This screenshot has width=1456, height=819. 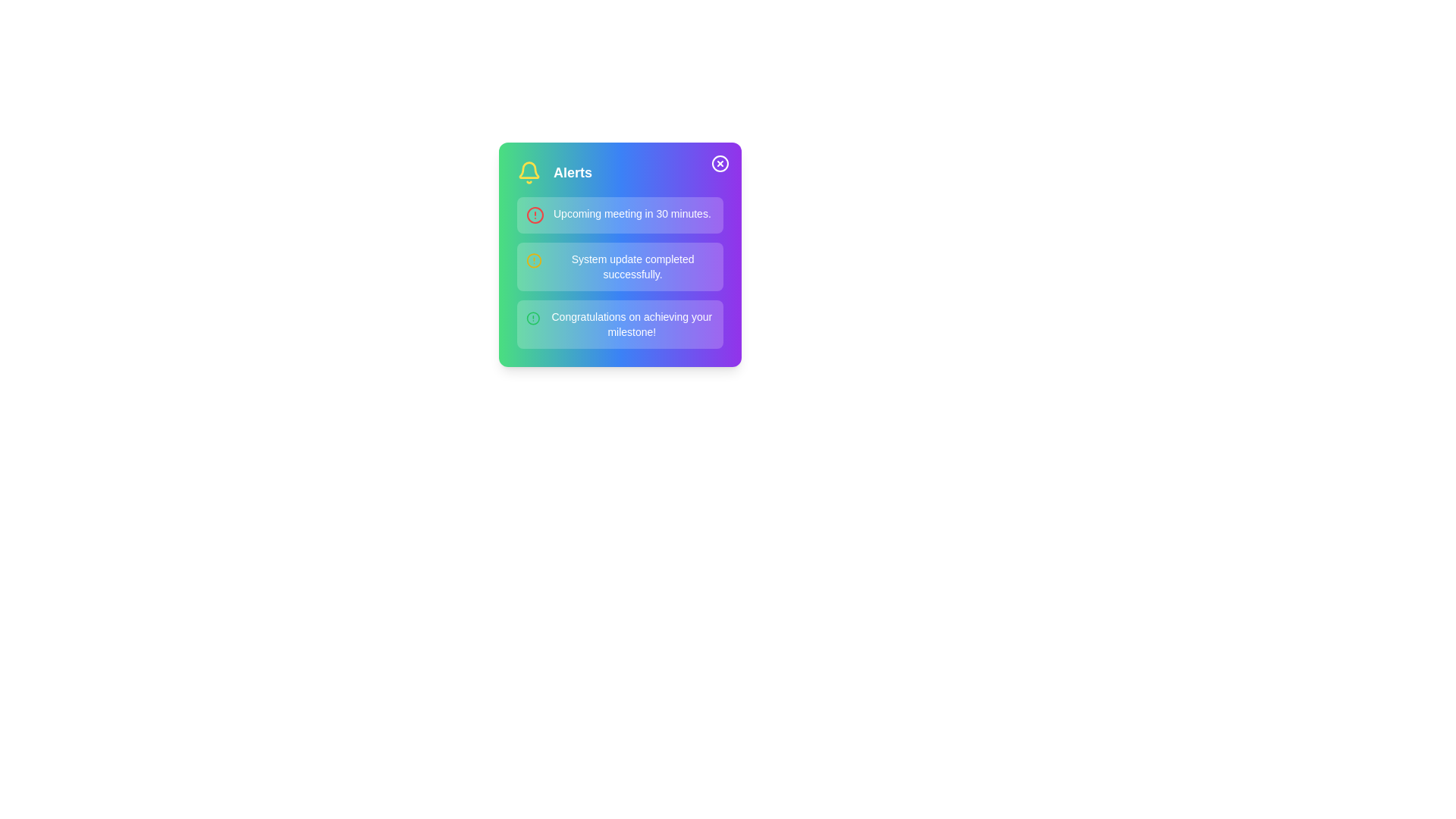 I want to click on the alert icon located to the left of the text 'Upcoming meeting in 30 minutes', so click(x=535, y=215).